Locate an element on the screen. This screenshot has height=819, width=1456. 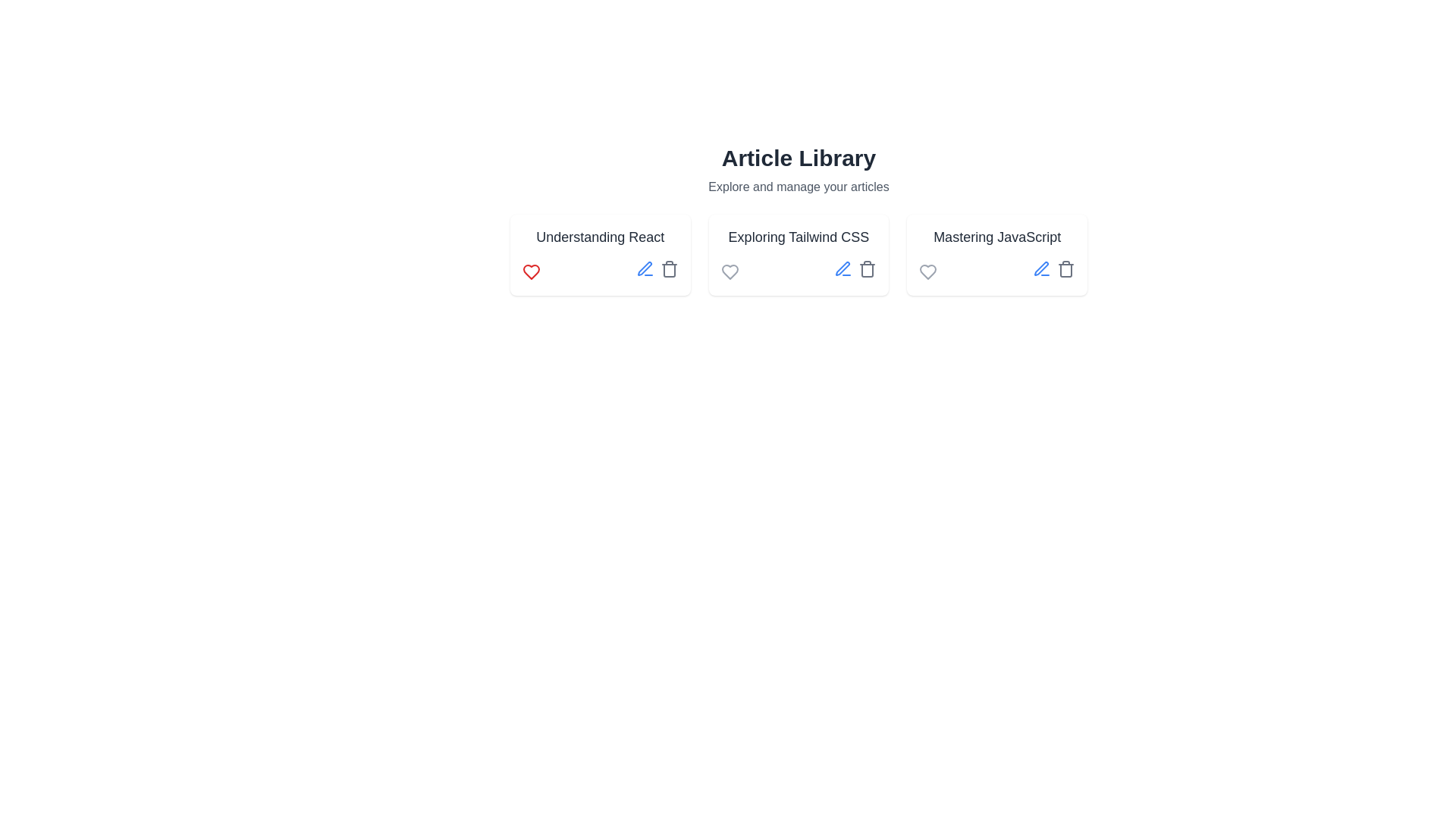
the Icon button for editing the 'Exploring Tailwind CSS' article, which is located to the right of the heart icon and to the left of the trash bin icon is located at coordinates (843, 268).